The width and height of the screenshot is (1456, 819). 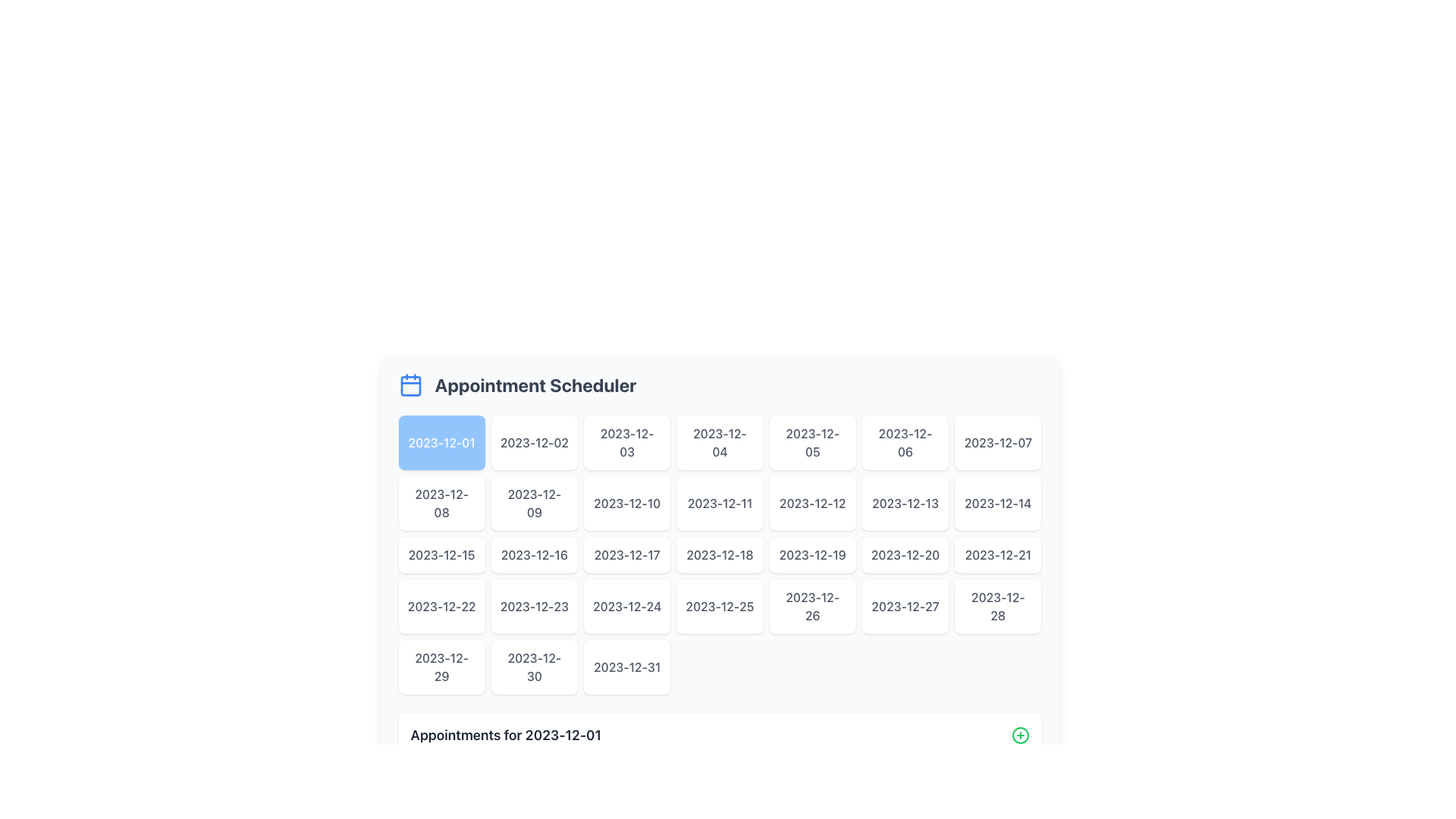 I want to click on the rectangular button labeled '2023-12-14' to change its background color, so click(x=998, y=503).